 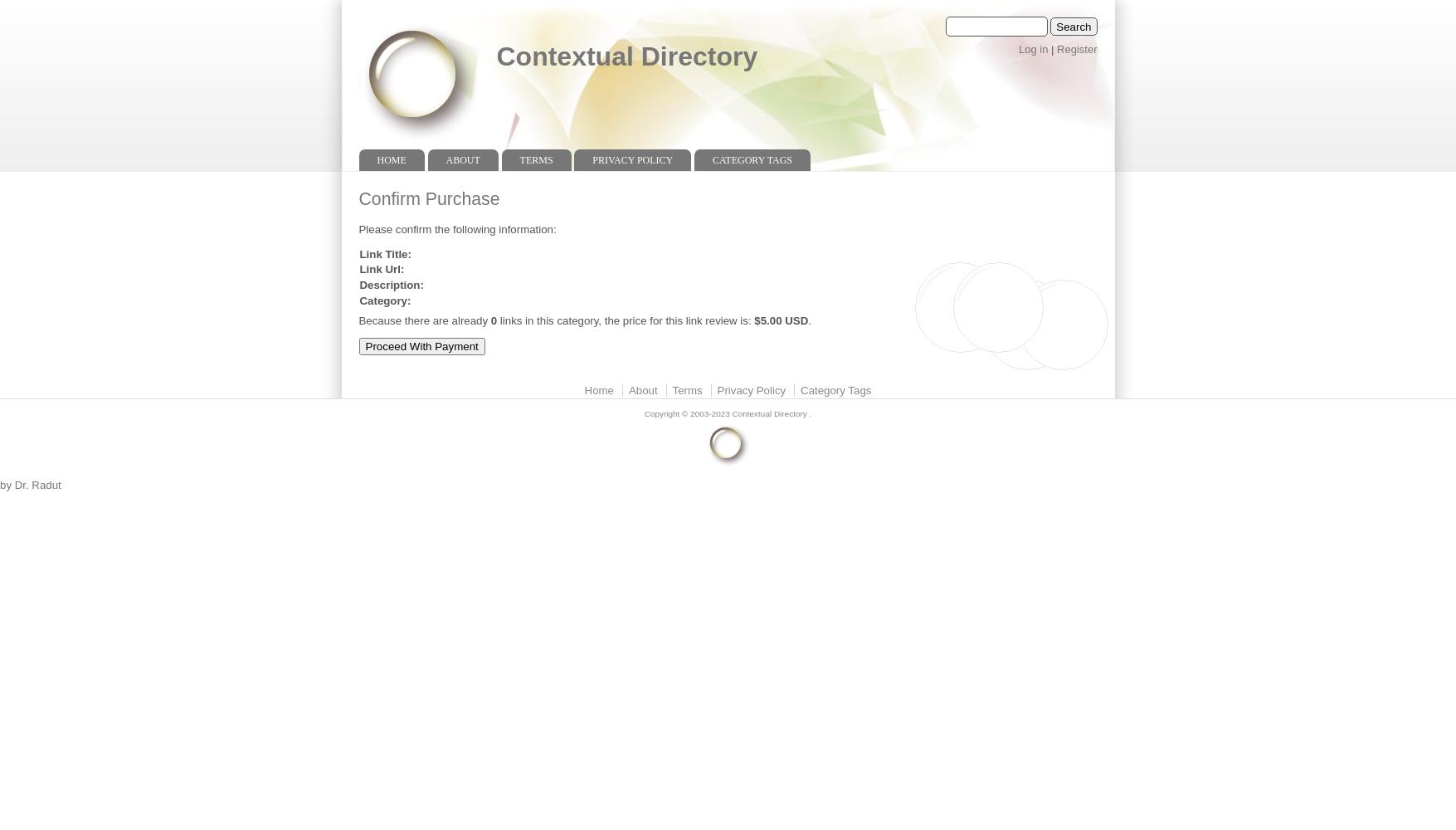 What do you see at coordinates (1052, 49) in the screenshot?
I see `'|'` at bounding box center [1052, 49].